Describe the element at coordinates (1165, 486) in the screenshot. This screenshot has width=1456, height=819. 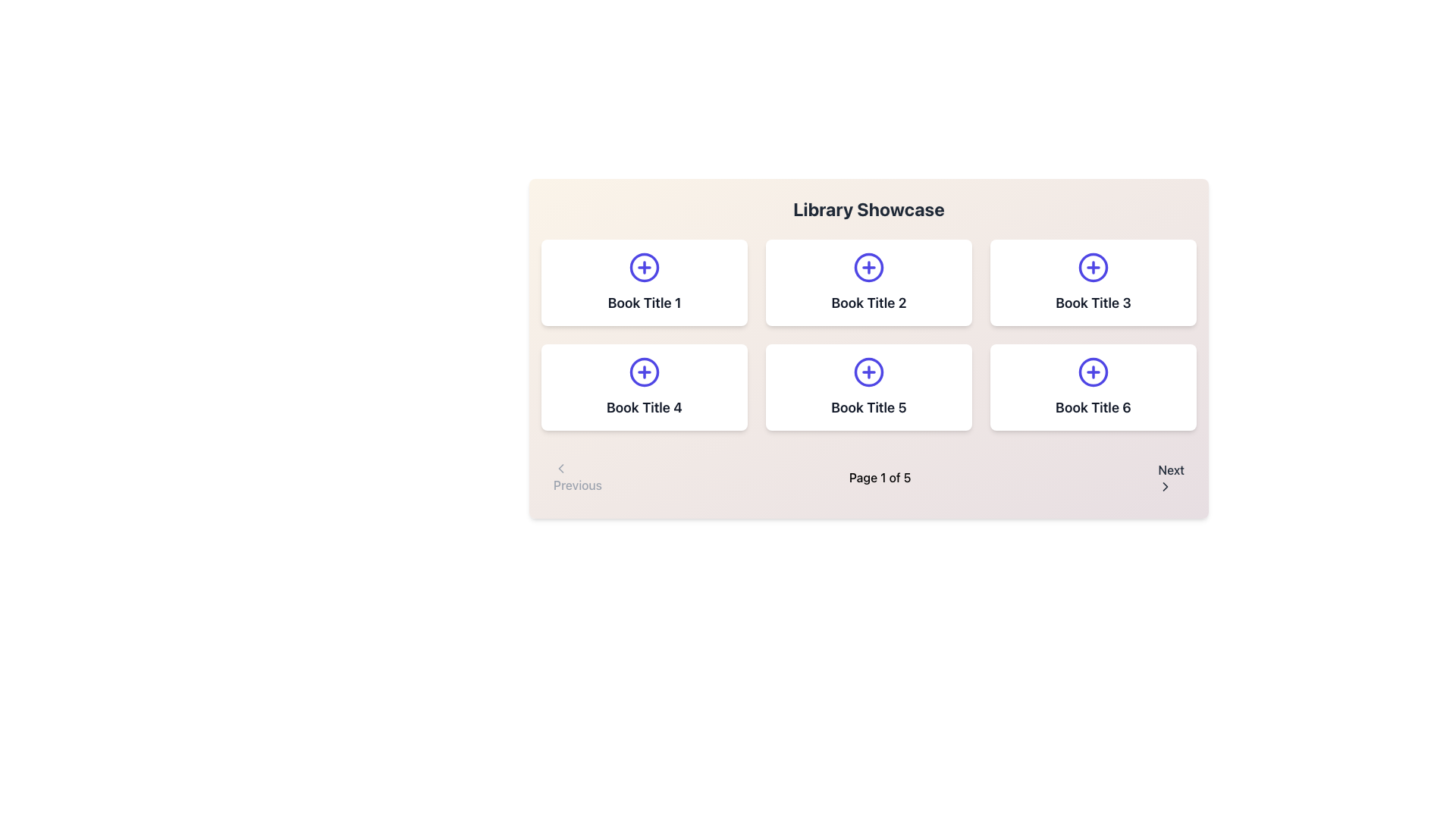
I see `the right-pointing arrow-shaped icon next to the 'Next' label` at that location.